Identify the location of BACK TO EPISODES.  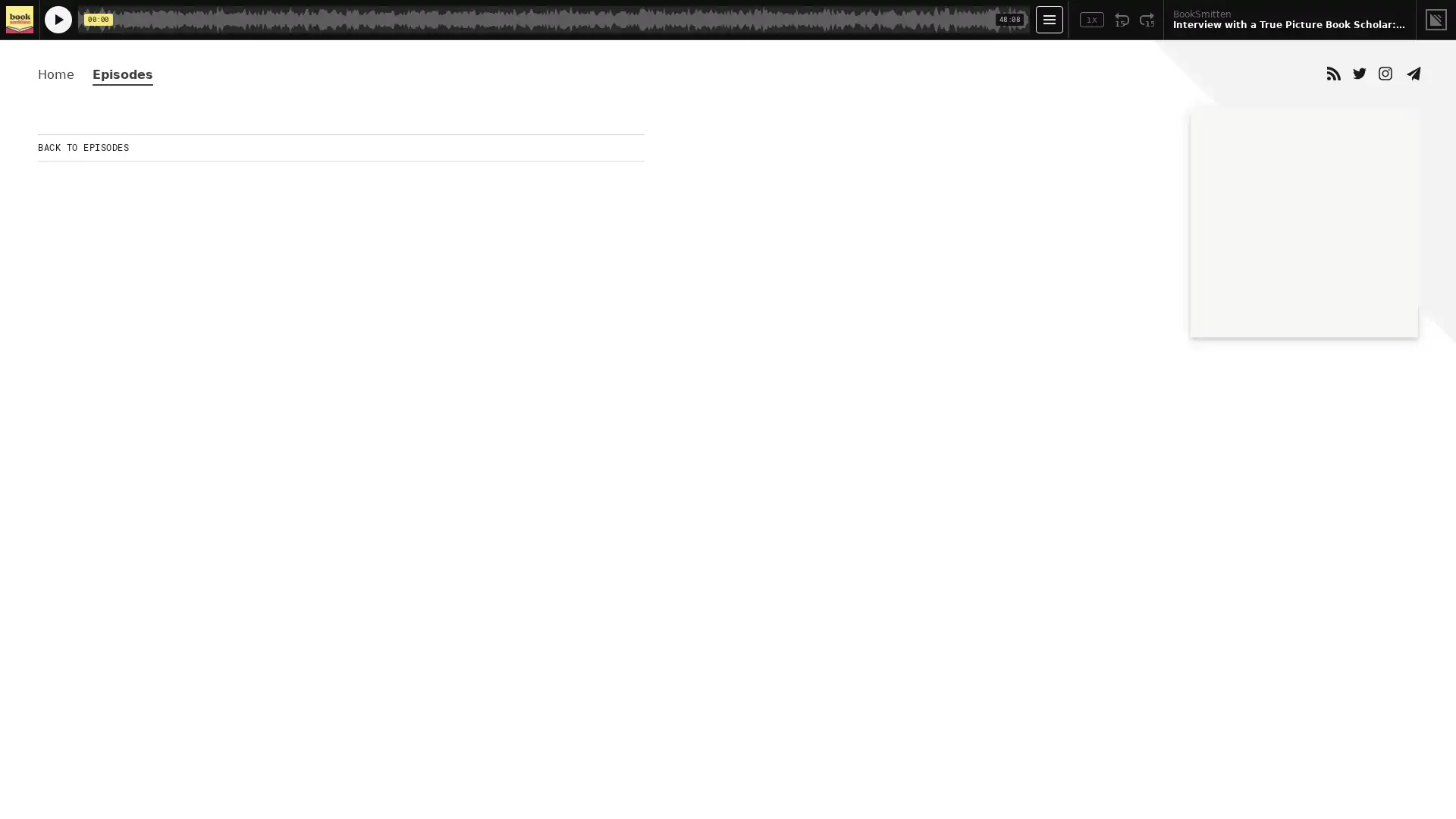
(340, 148).